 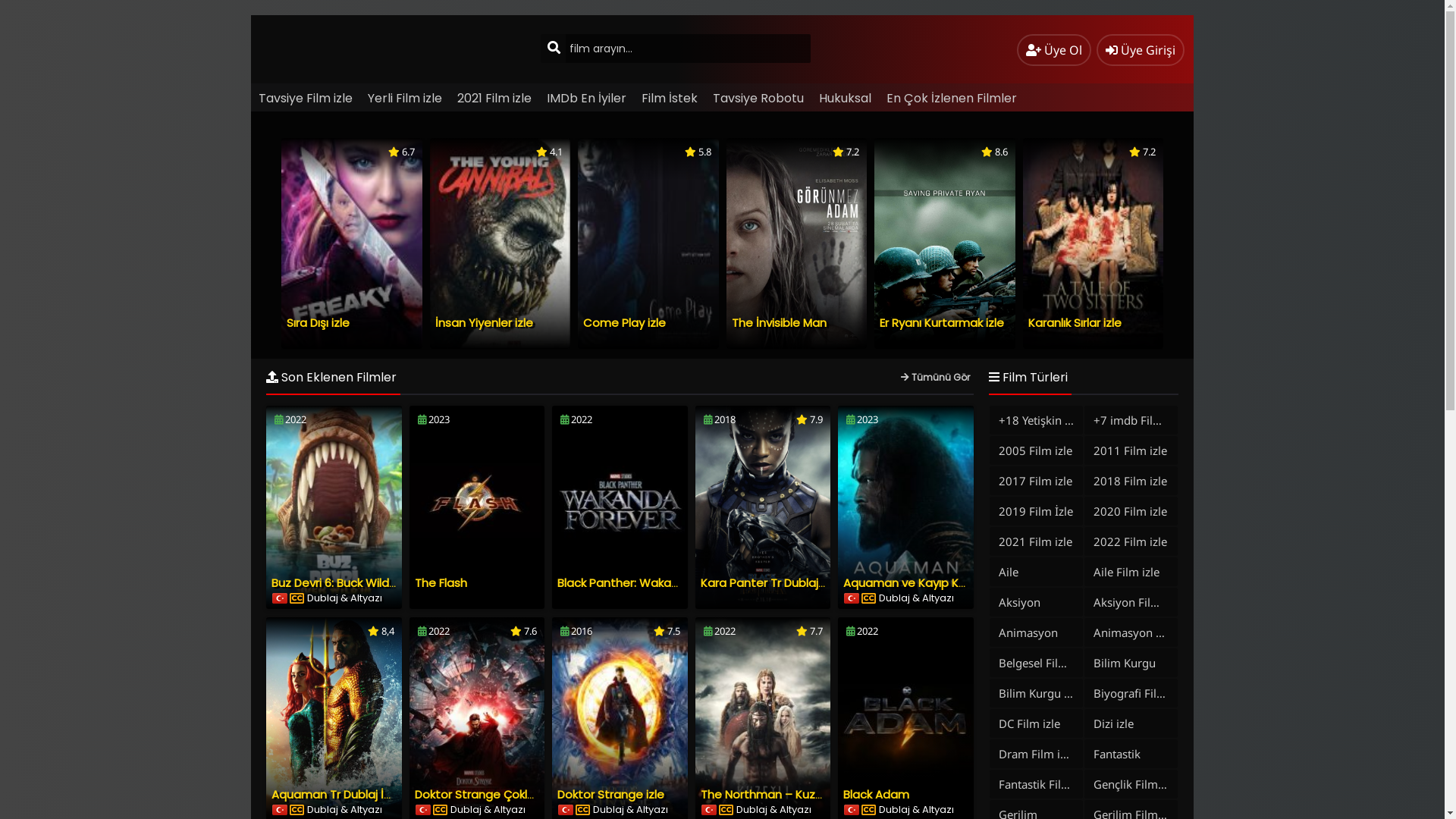 I want to click on 'Fantastik Film izle', so click(x=1035, y=783).